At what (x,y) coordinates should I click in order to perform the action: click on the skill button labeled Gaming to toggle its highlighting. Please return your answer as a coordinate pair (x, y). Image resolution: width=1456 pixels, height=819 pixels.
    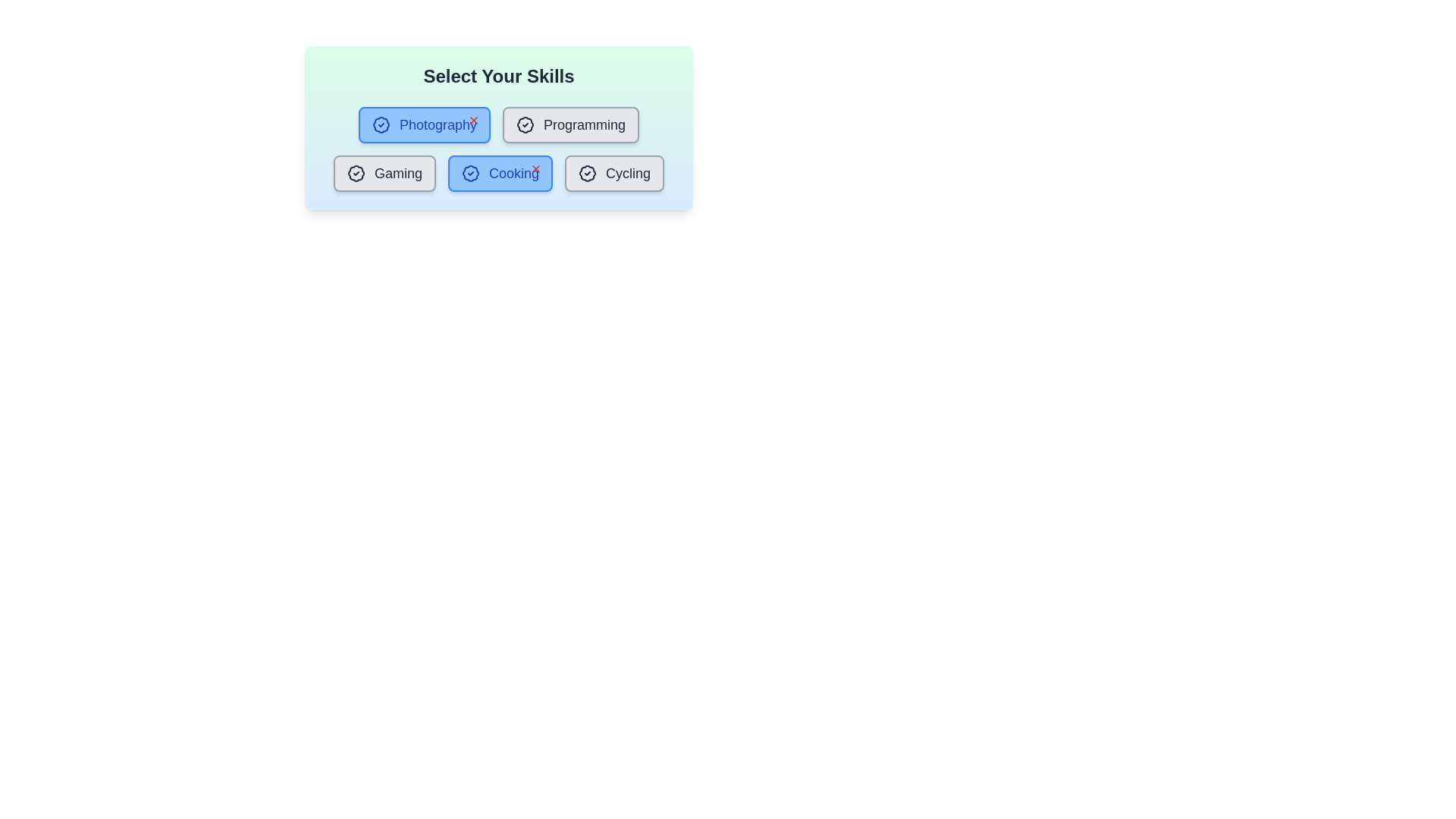
    Looking at the image, I should click on (384, 172).